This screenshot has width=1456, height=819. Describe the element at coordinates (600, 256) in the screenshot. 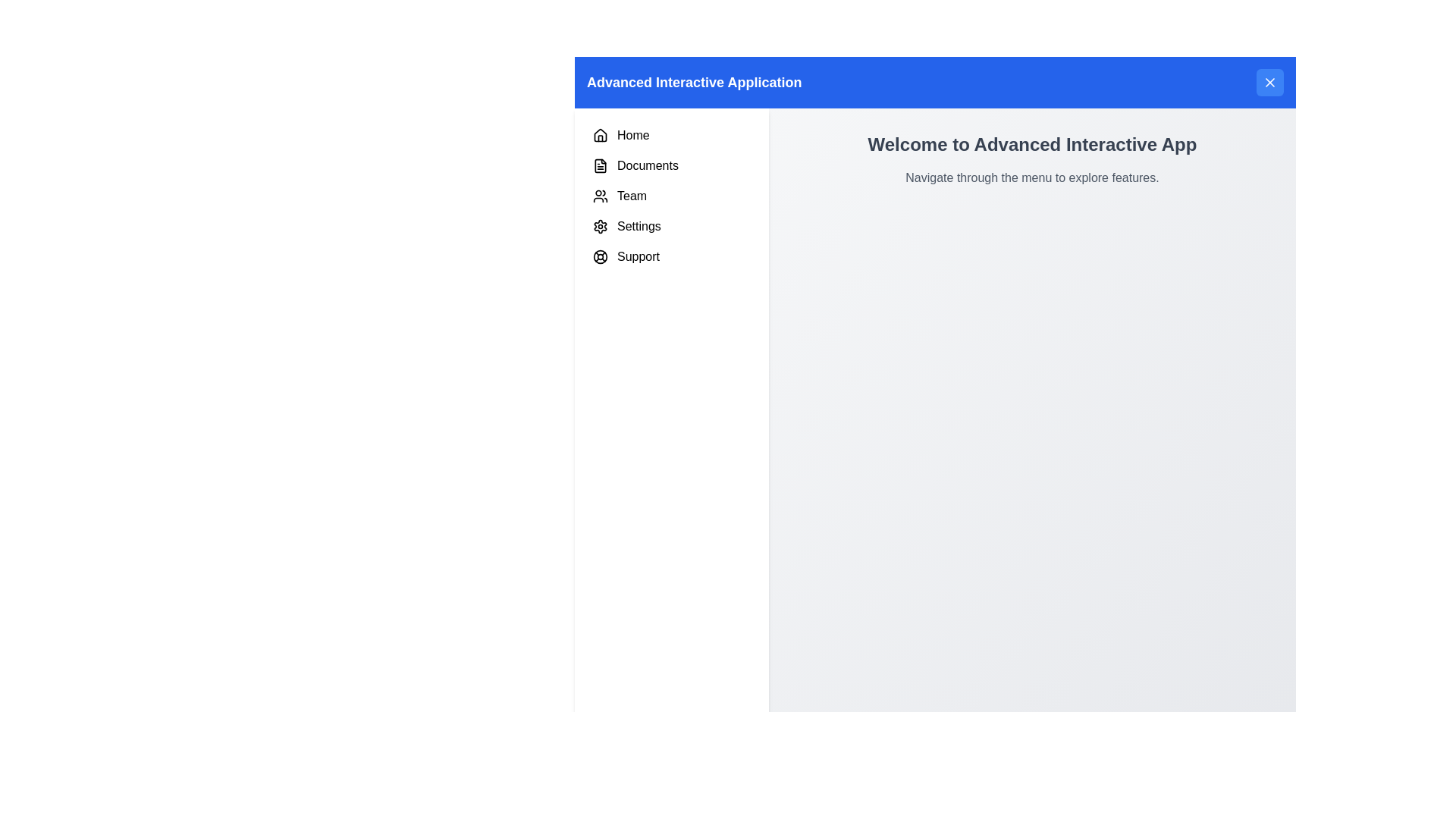

I see `the circular life buoy icon in the sidebar navigation, located next to the text 'Support'` at that location.